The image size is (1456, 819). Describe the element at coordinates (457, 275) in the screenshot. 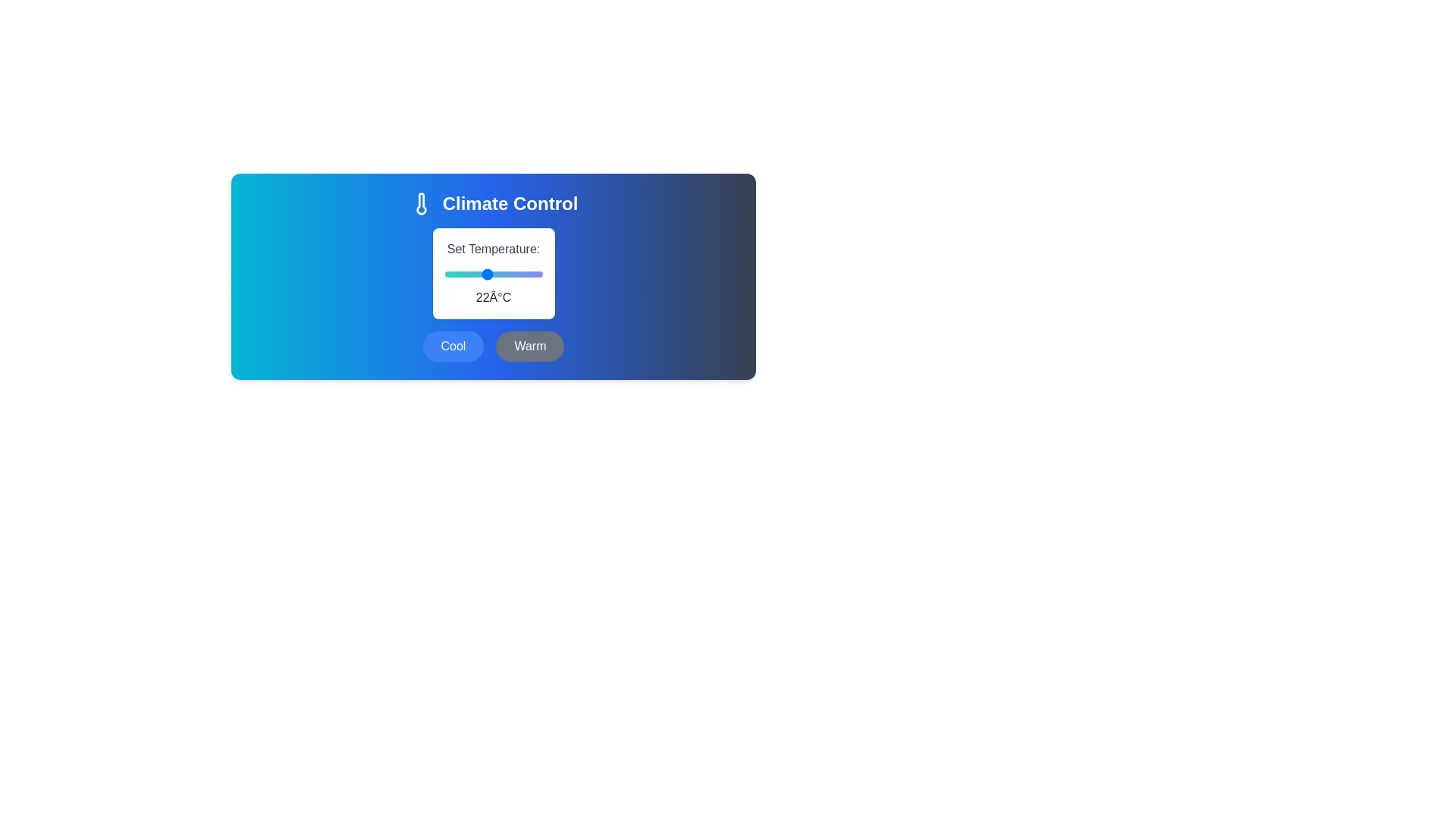

I see `the temperature` at that location.